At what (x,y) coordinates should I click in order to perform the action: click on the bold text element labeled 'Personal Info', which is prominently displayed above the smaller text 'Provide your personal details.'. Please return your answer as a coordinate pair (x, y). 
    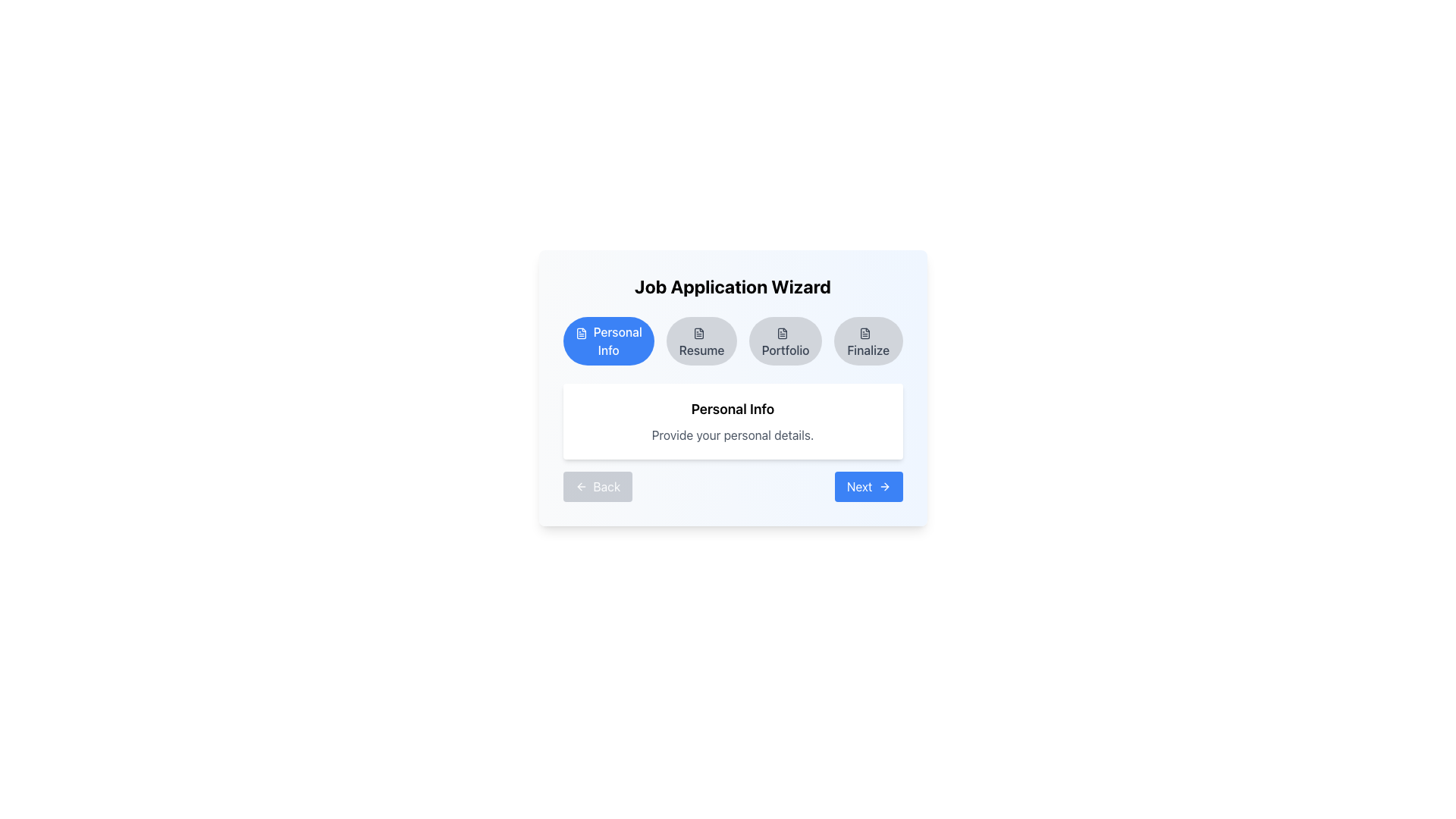
    Looking at the image, I should click on (733, 409).